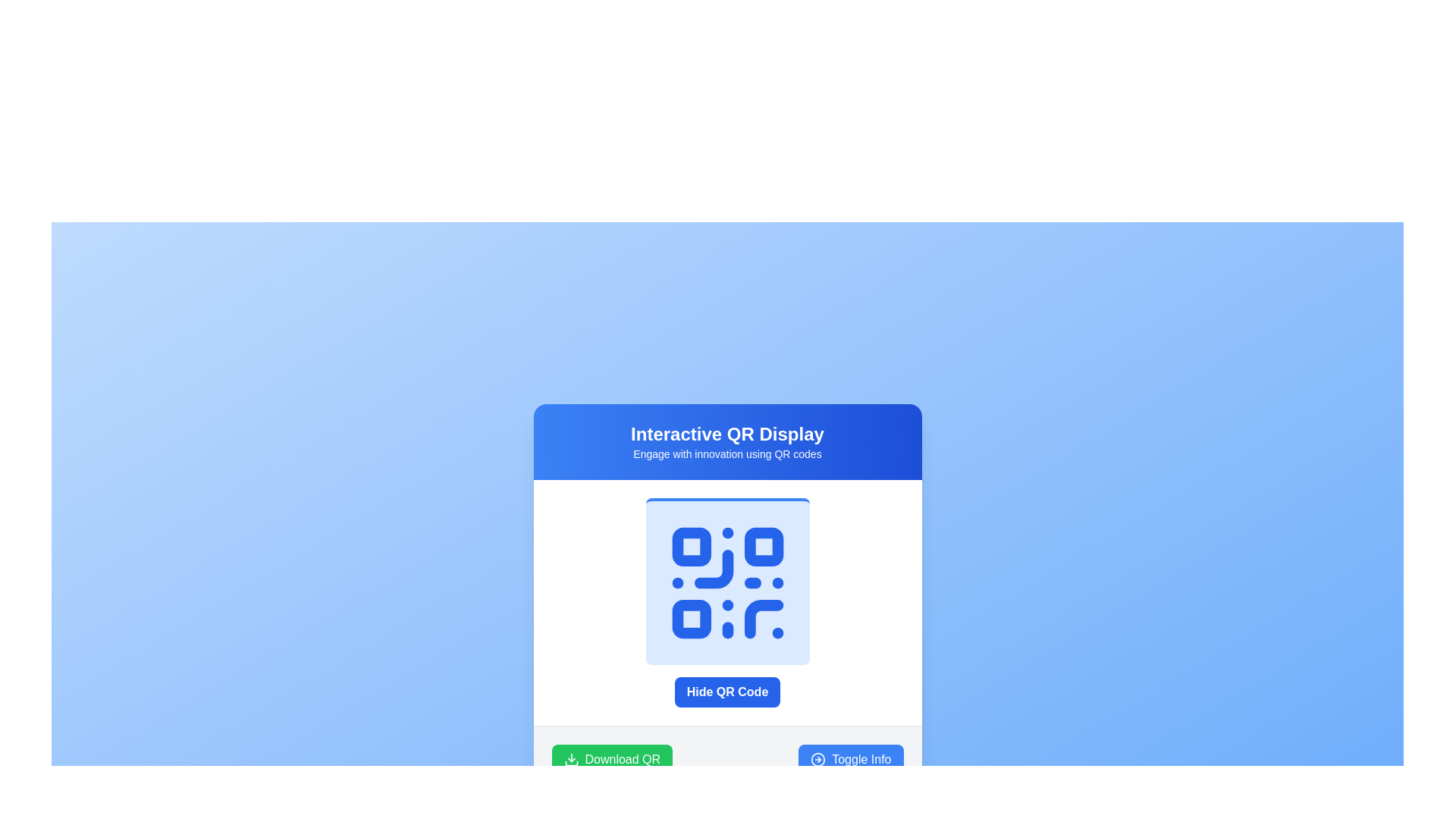  I want to click on the small blue square with rounded corners located in the lower-left section of the QR code icon, which is the third square in the pattern, so click(690, 619).